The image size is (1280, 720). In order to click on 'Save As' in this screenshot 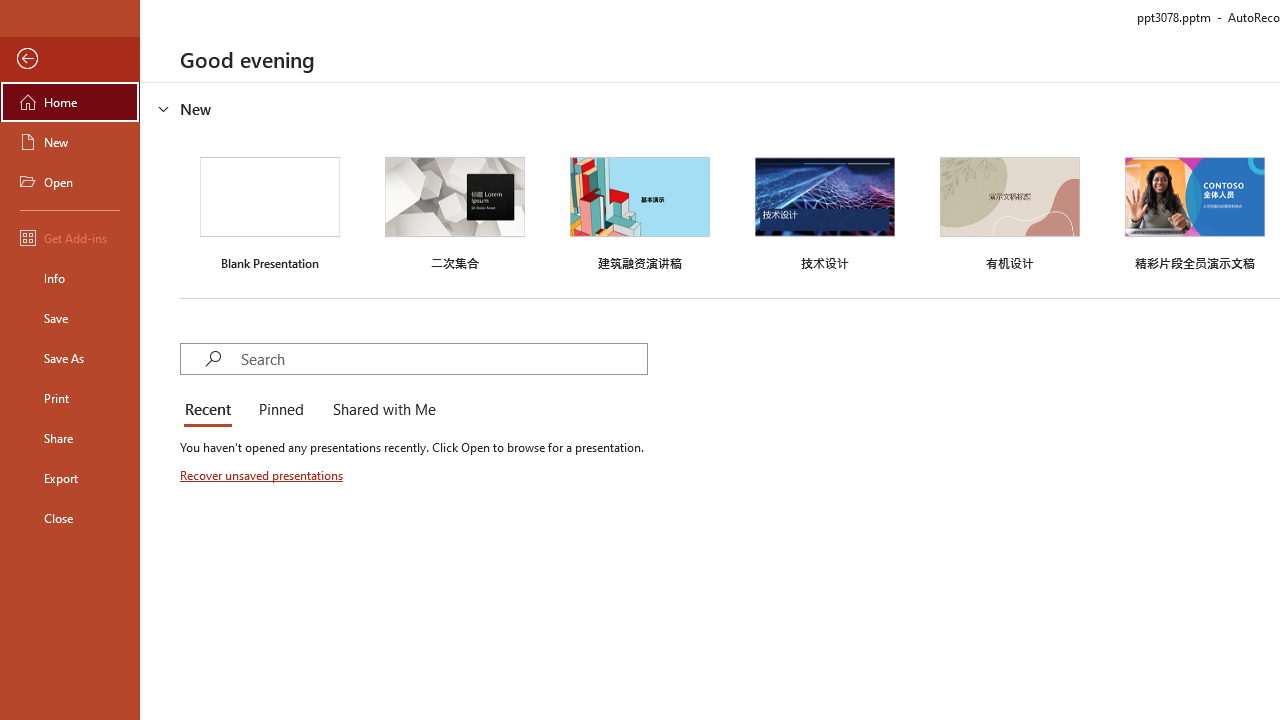, I will do `click(69, 356)`.